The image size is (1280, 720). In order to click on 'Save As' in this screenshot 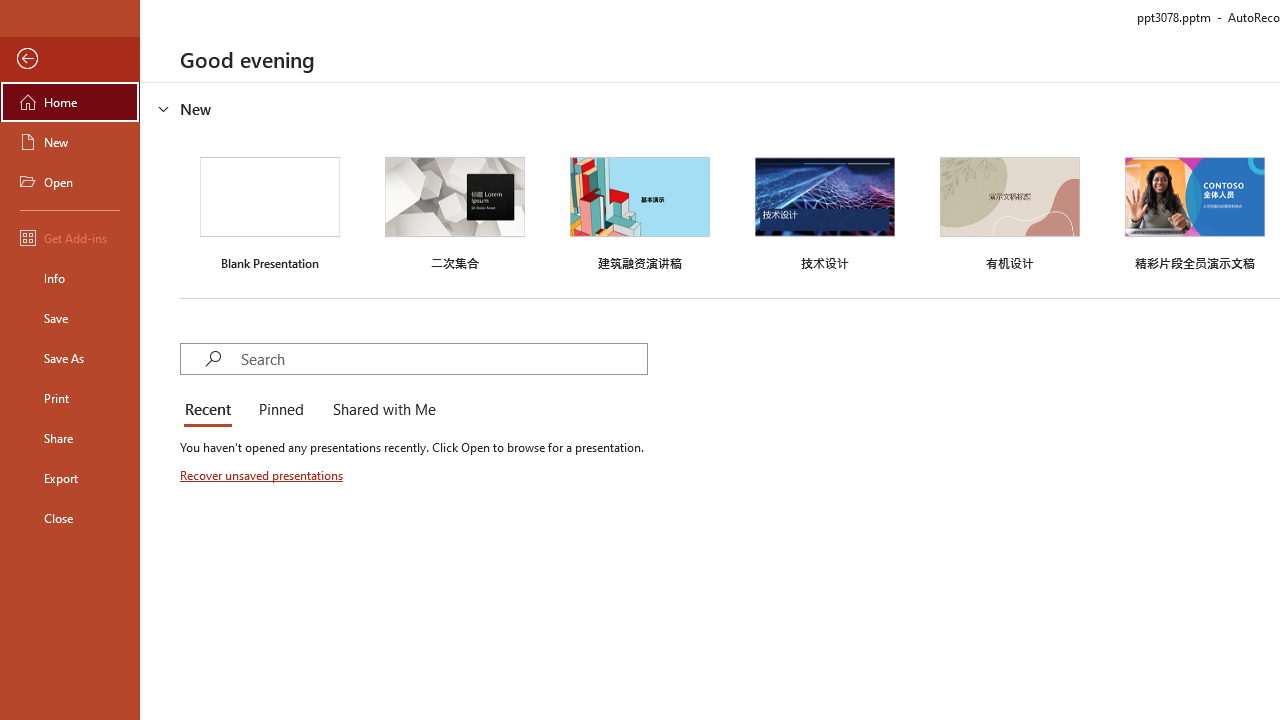, I will do `click(69, 356)`.